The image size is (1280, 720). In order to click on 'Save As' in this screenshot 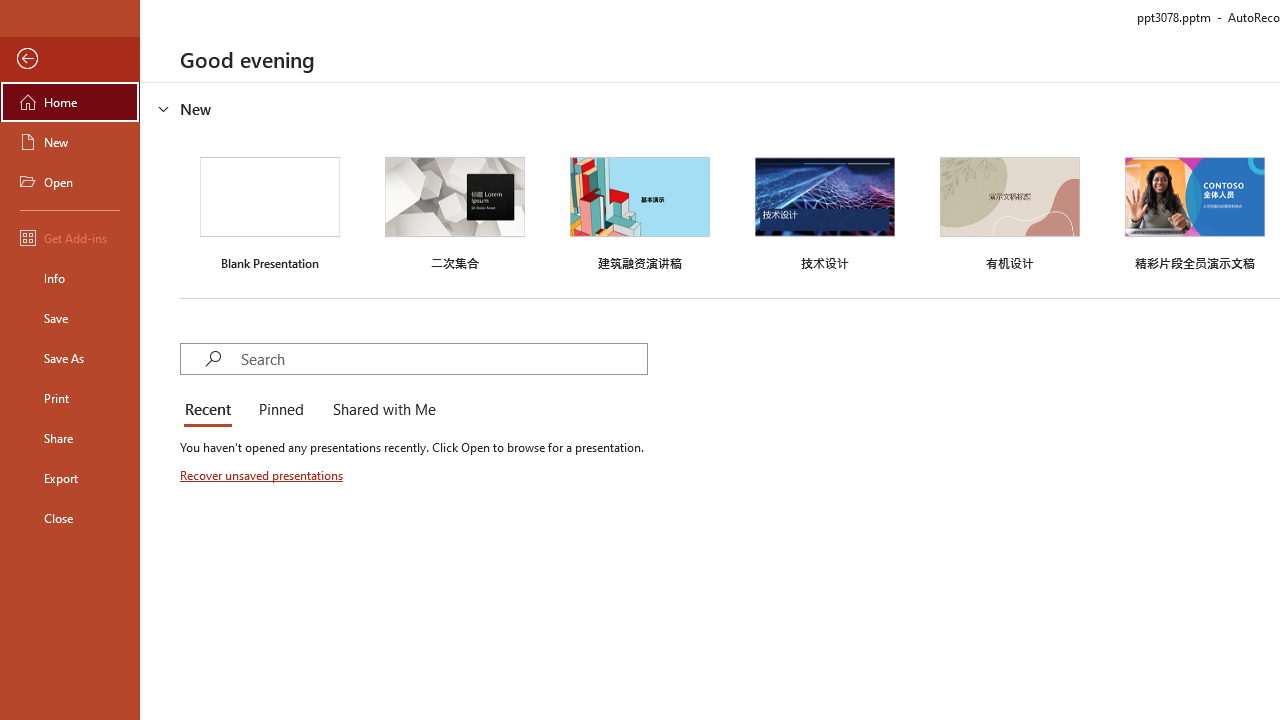, I will do `click(69, 356)`.